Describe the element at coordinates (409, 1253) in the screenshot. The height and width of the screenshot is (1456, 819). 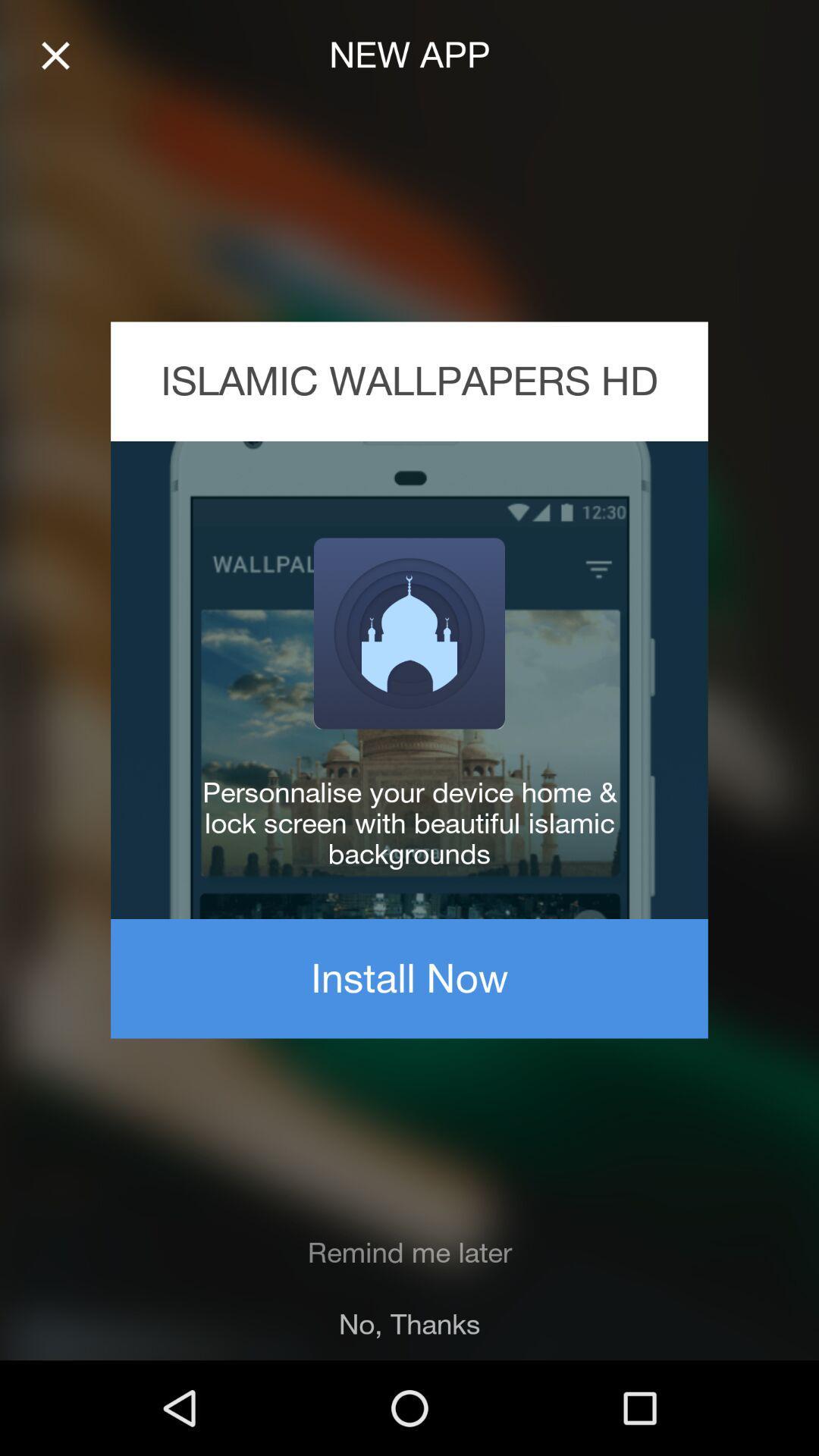
I see `remind me later` at that location.